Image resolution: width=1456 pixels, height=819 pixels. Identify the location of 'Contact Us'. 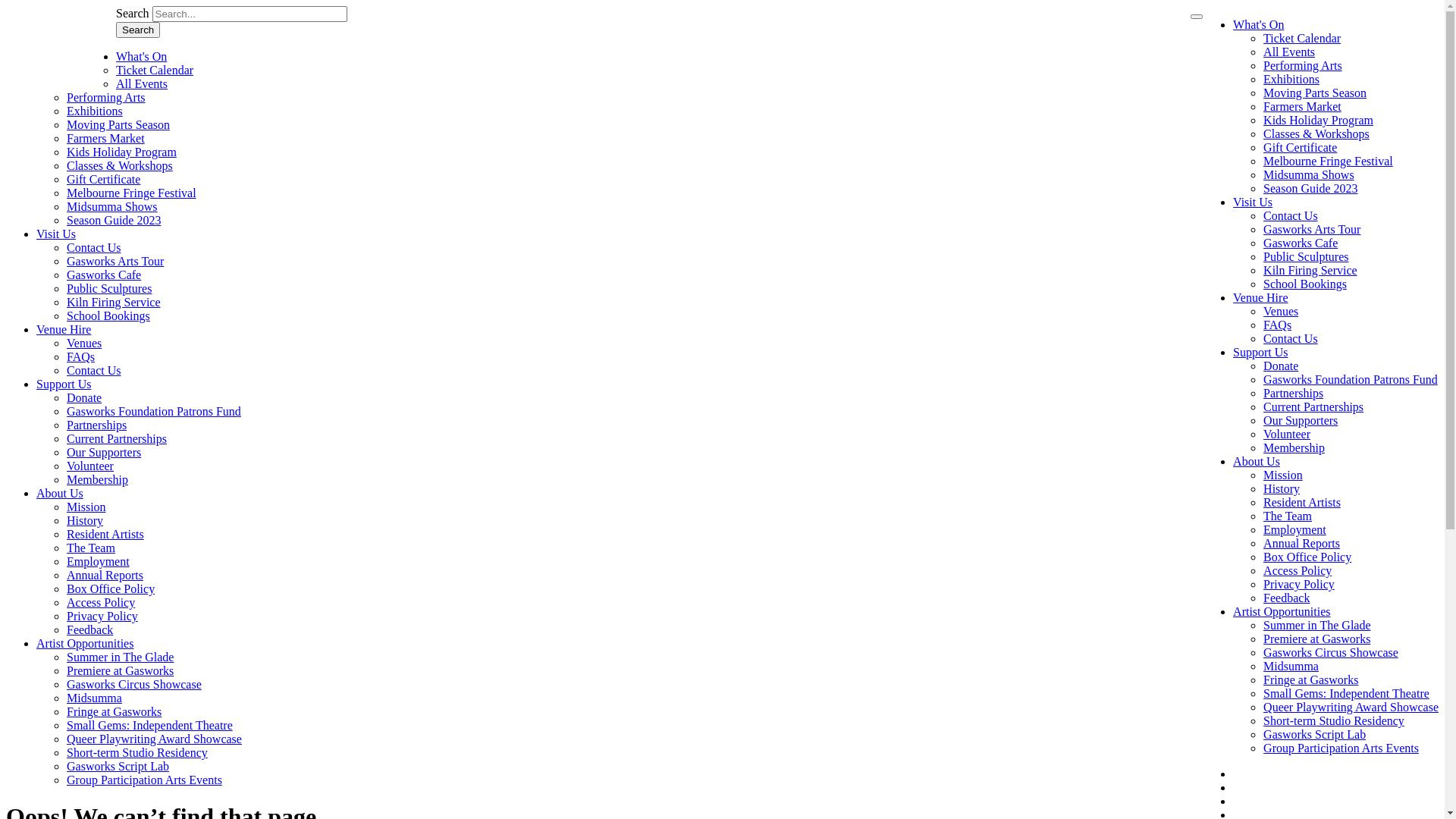
(93, 370).